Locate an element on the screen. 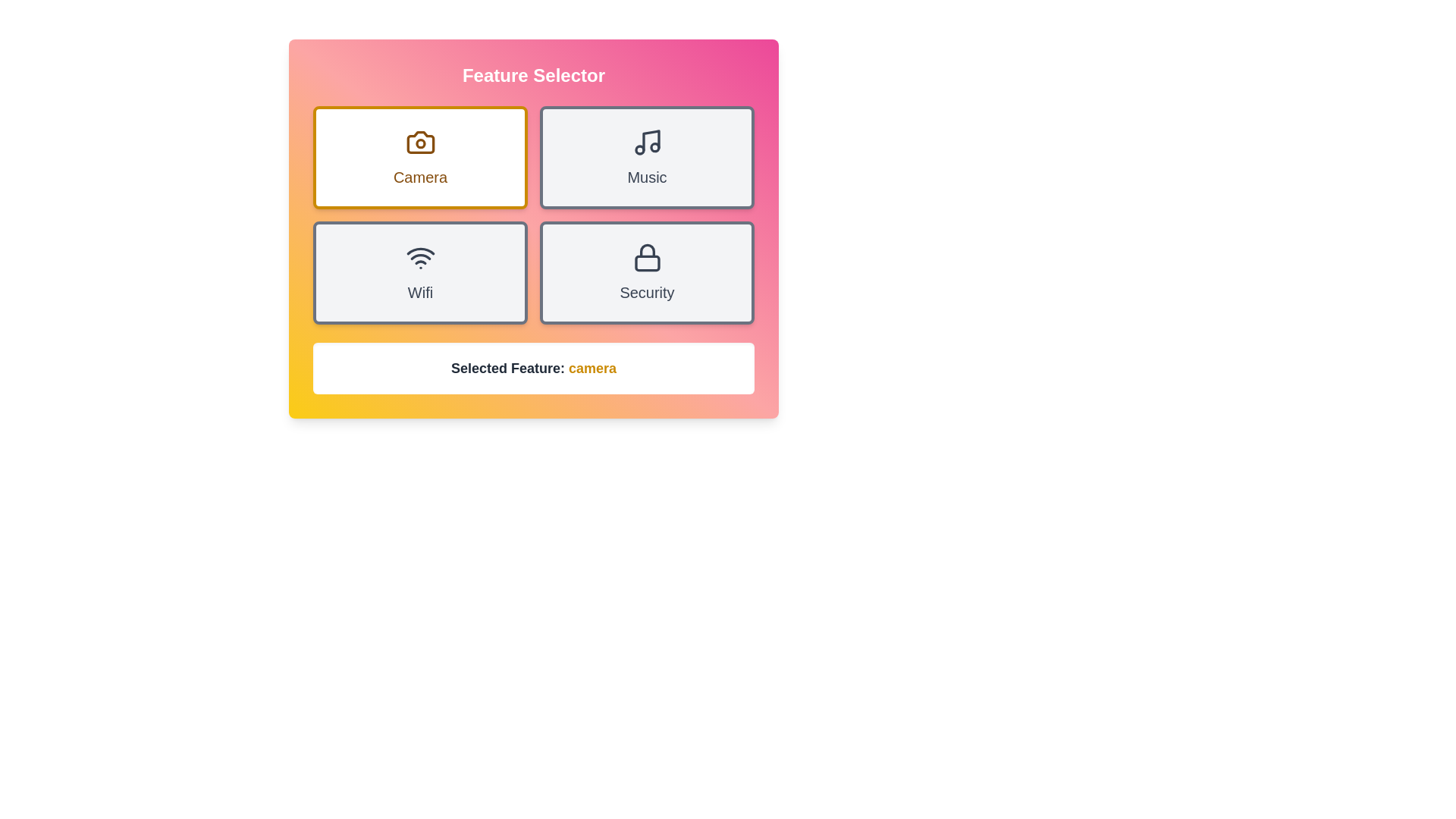  the camera icon located at the top center of the 'Camera' card is located at coordinates (420, 143).